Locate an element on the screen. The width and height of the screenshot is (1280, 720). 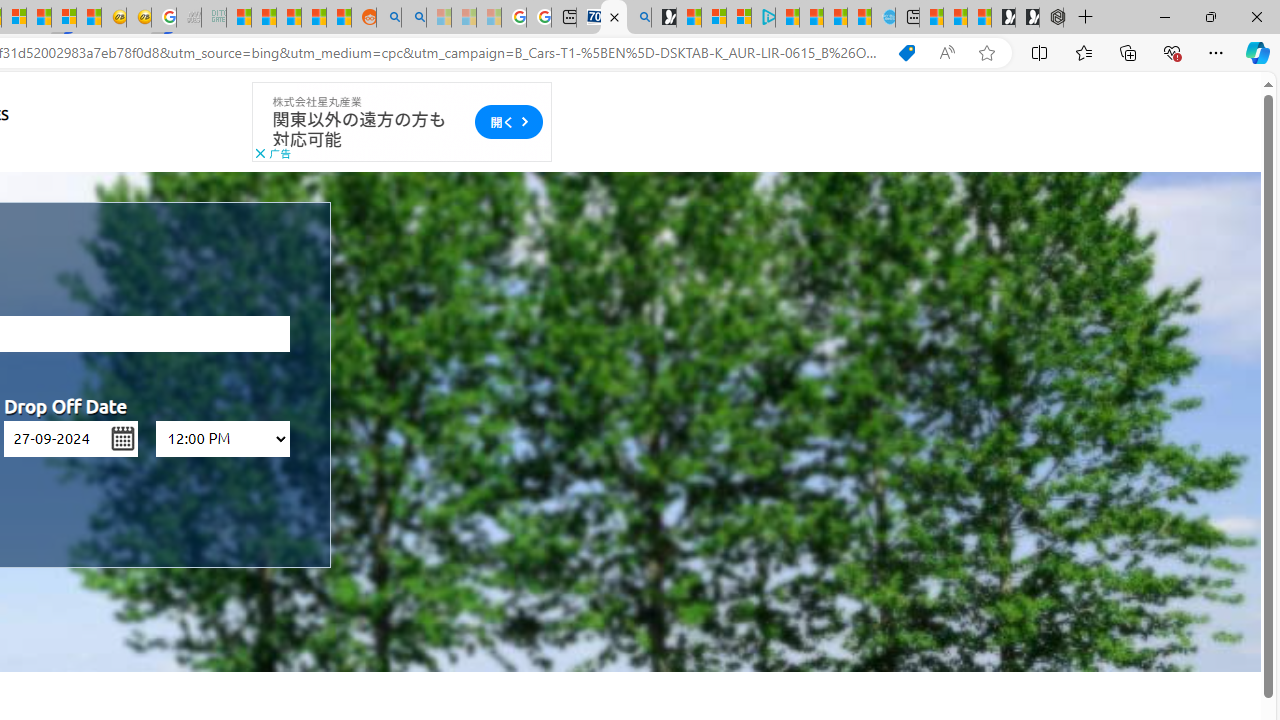
'Class: select-dropoff-time select_box' is located at coordinates (222, 437).